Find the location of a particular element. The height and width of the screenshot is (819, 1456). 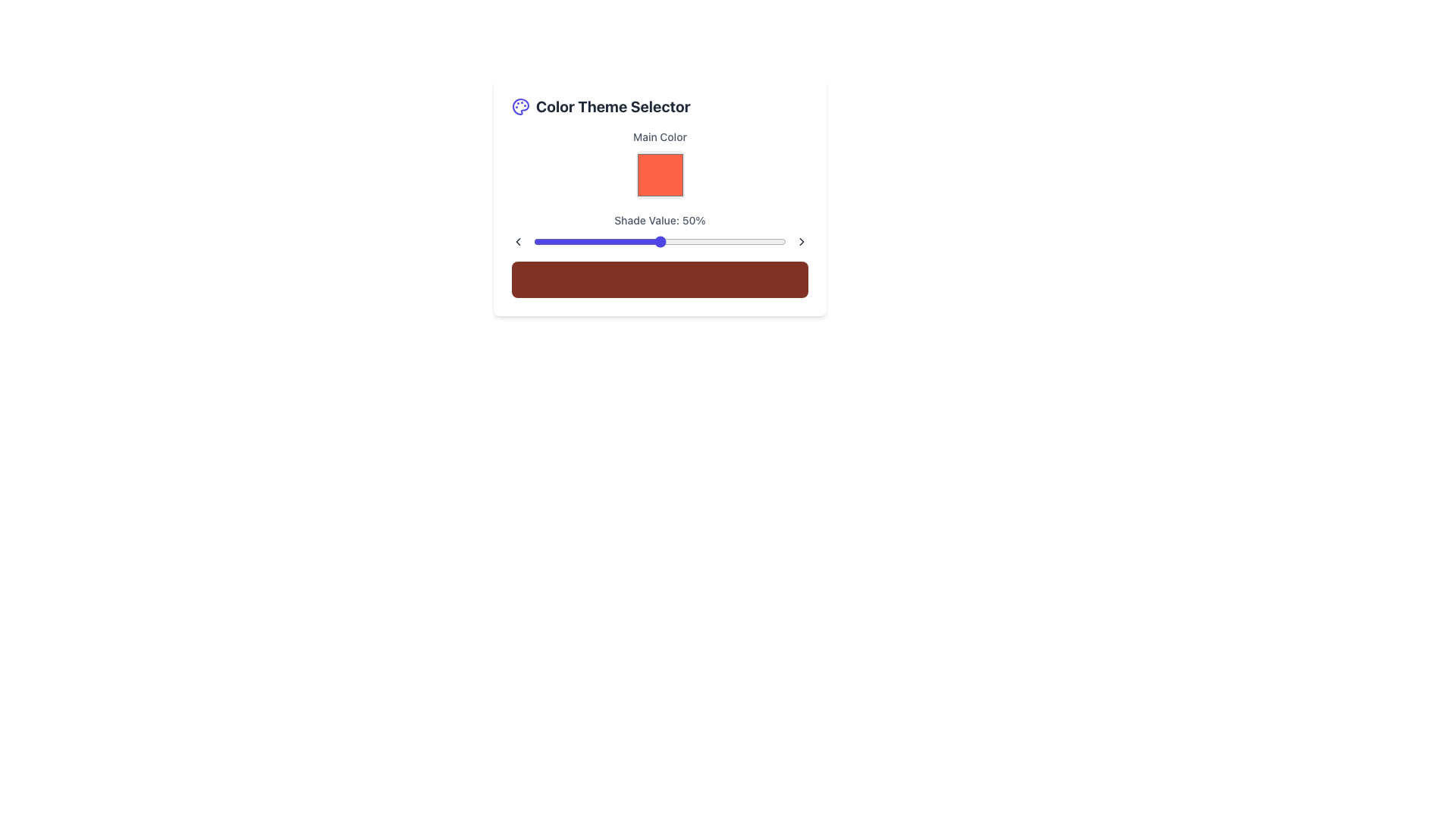

the shade value is located at coordinates (596, 241).